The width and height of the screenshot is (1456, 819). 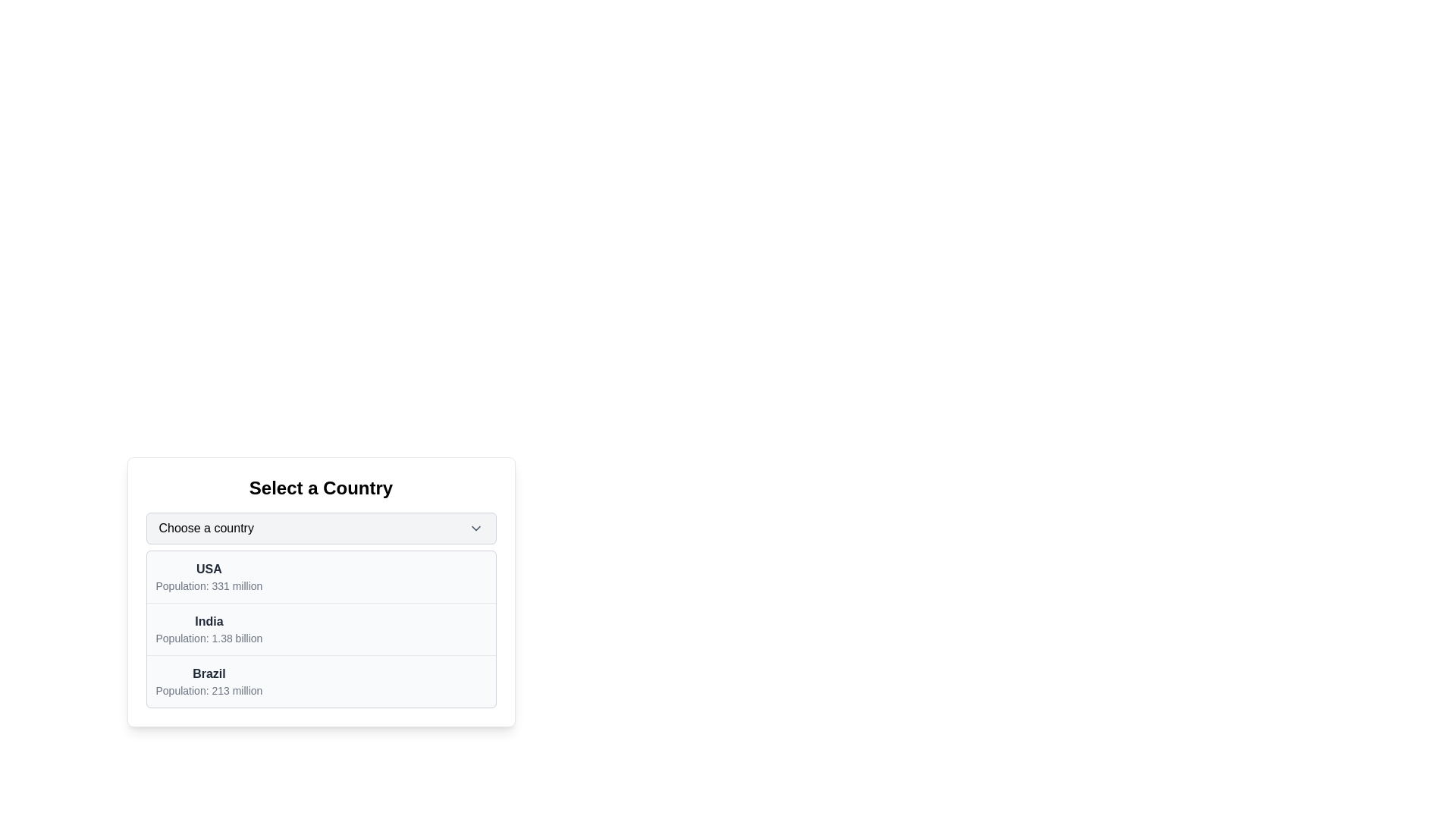 I want to click on the dropdown menu icon located to the right of the 'Choose a country' field, so click(x=475, y=528).